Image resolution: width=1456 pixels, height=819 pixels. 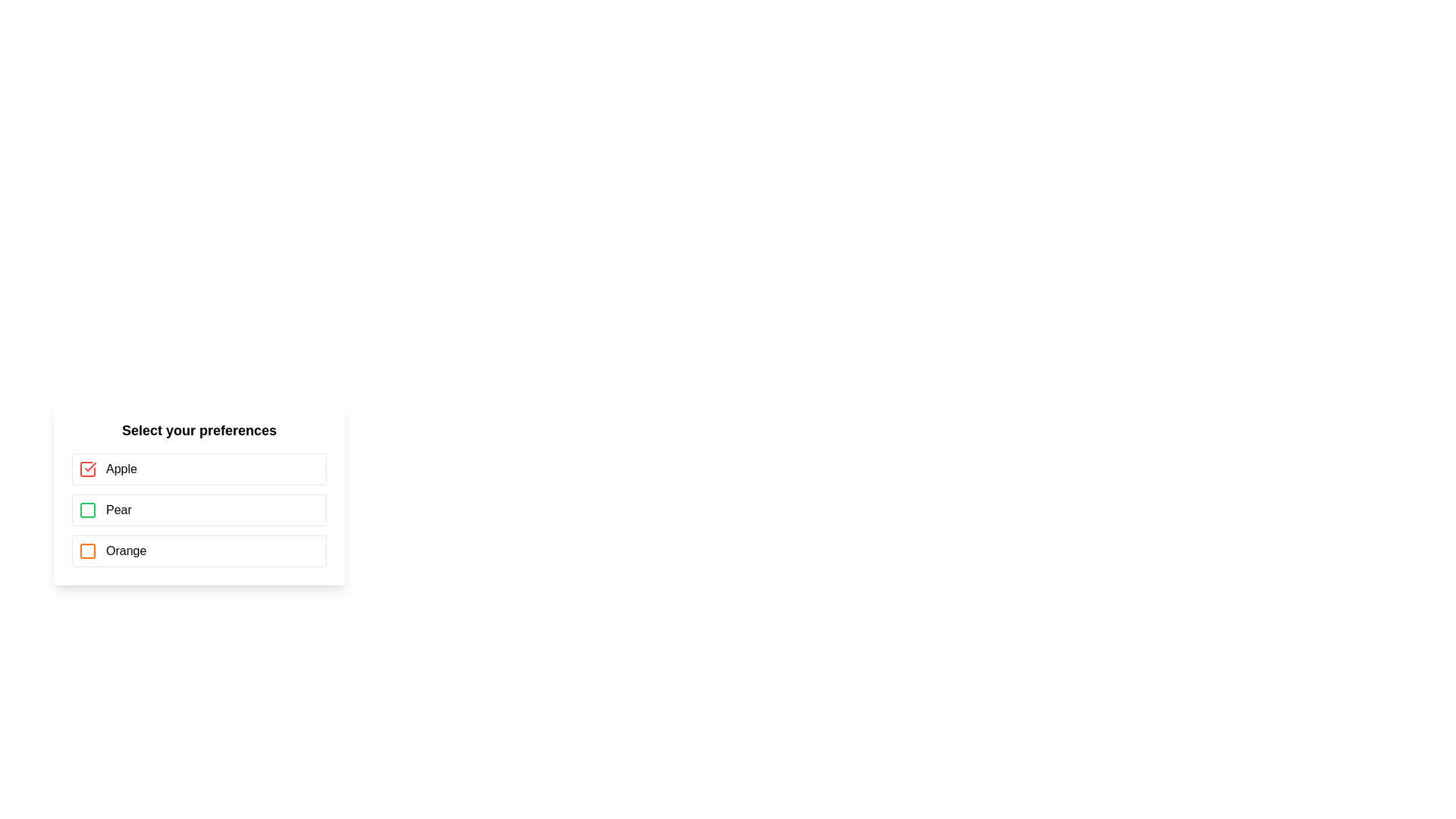 I want to click on the text label associated with the 'Apple' checkbox, which is located in the first row of a list, centered in a bordered and rounded rectangular area, so click(x=121, y=468).